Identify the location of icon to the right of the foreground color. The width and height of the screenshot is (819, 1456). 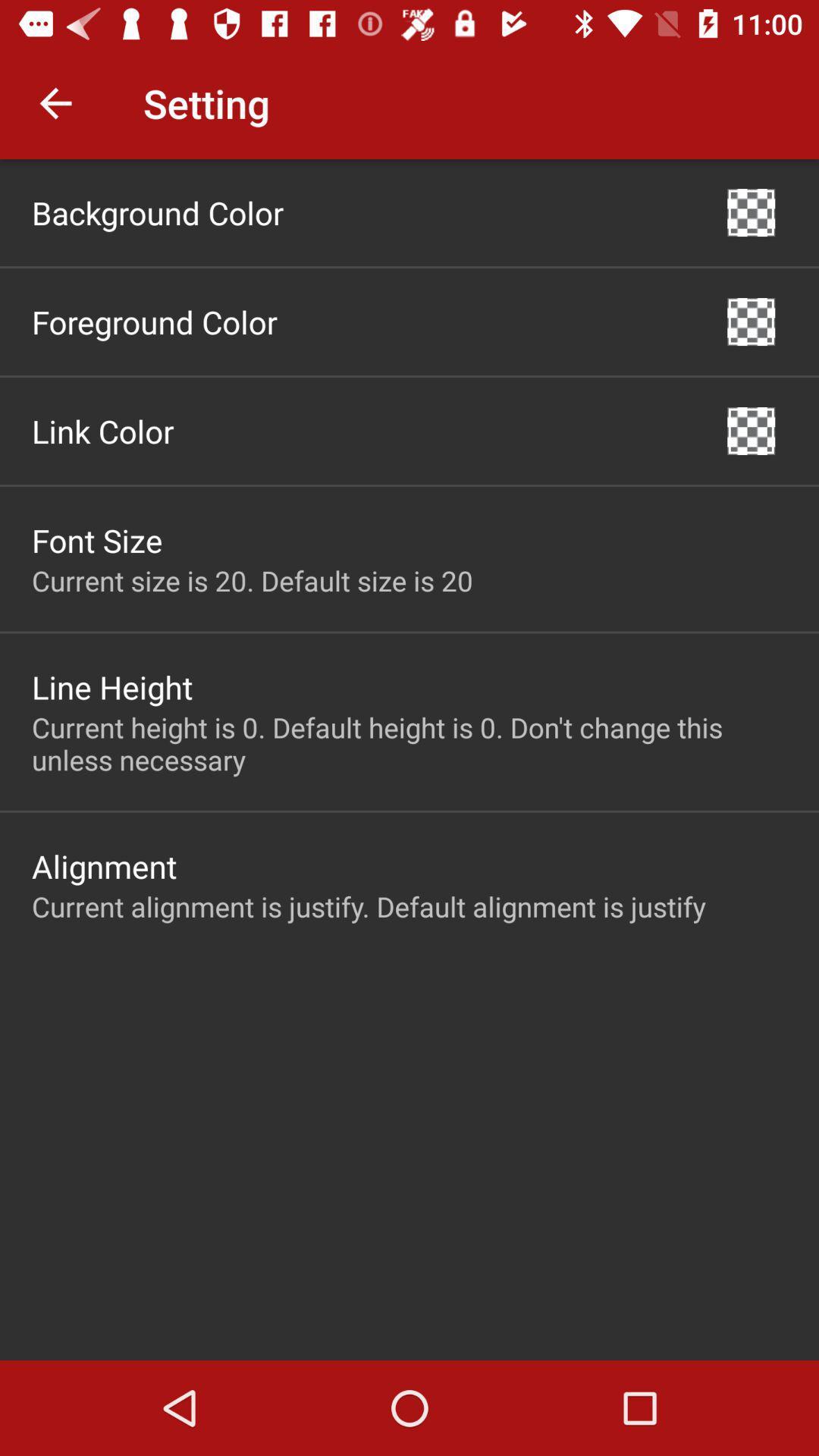
(751, 321).